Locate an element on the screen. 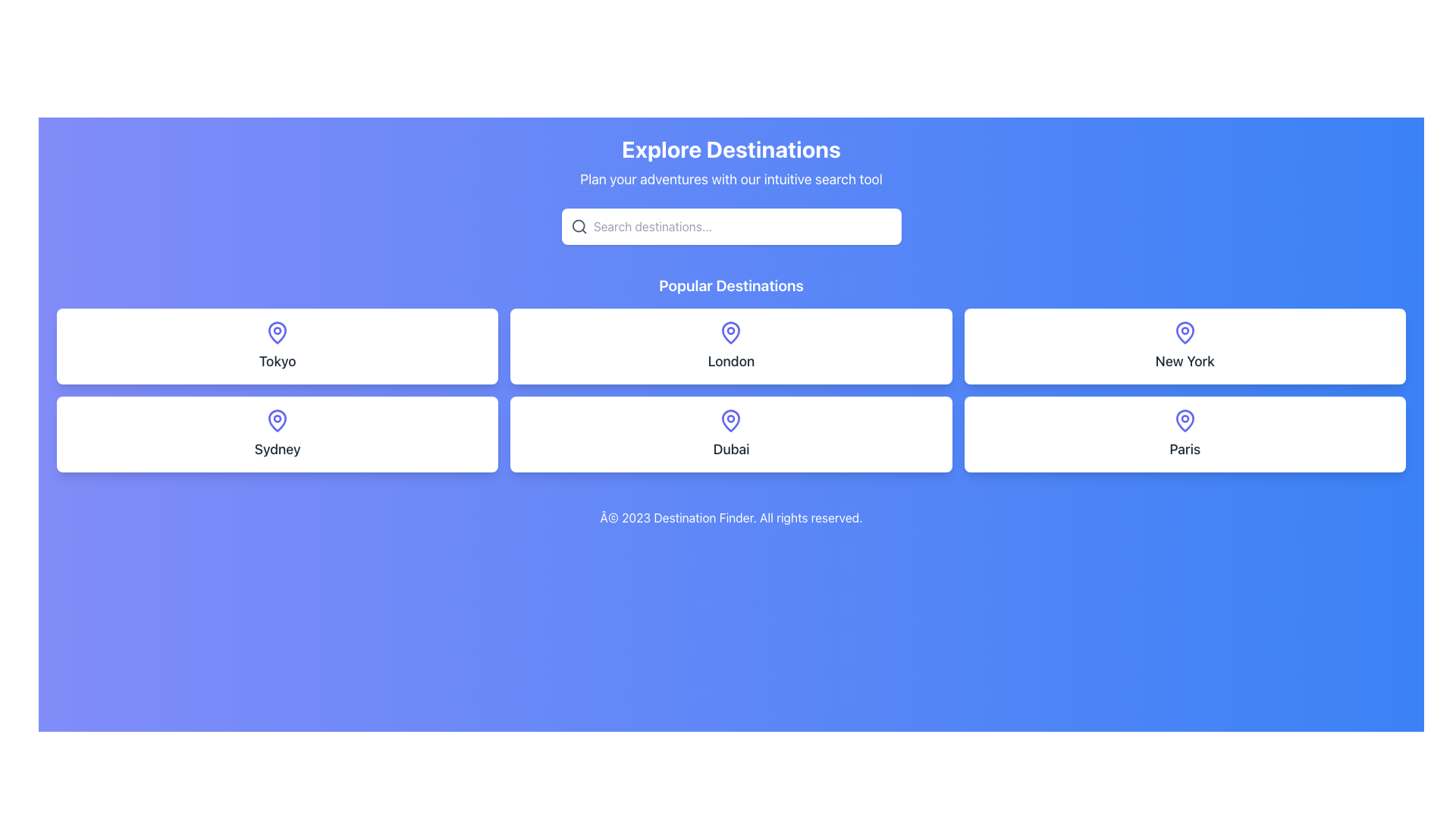 The image size is (1456, 819). the text label displaying 'Sydney' located at the bottom-center of its white rectangular card, which is part of the popular destinations section is located at coordinates (278, 449).